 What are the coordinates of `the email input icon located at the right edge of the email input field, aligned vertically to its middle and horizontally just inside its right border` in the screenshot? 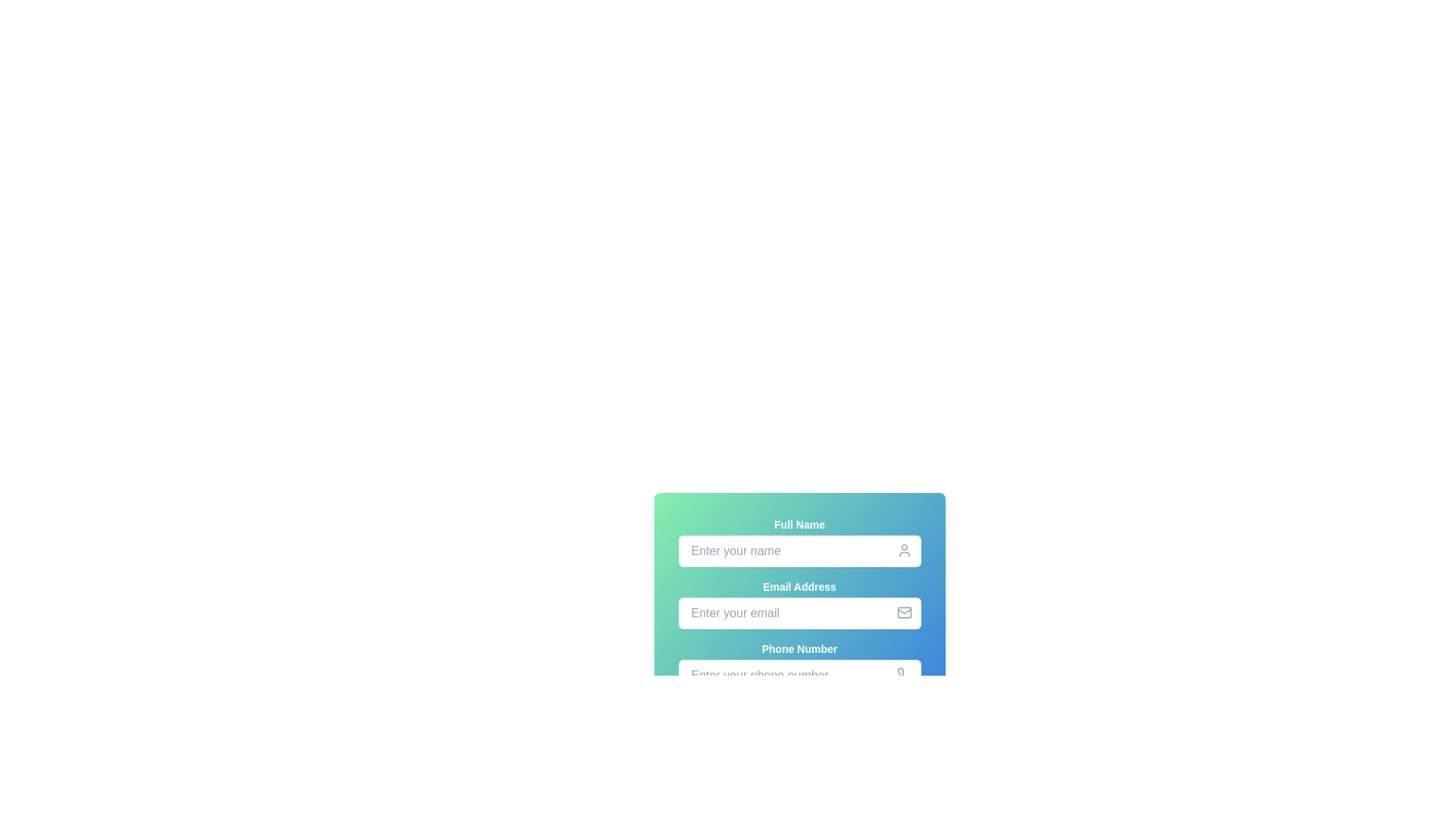 It's located at (904, 611).